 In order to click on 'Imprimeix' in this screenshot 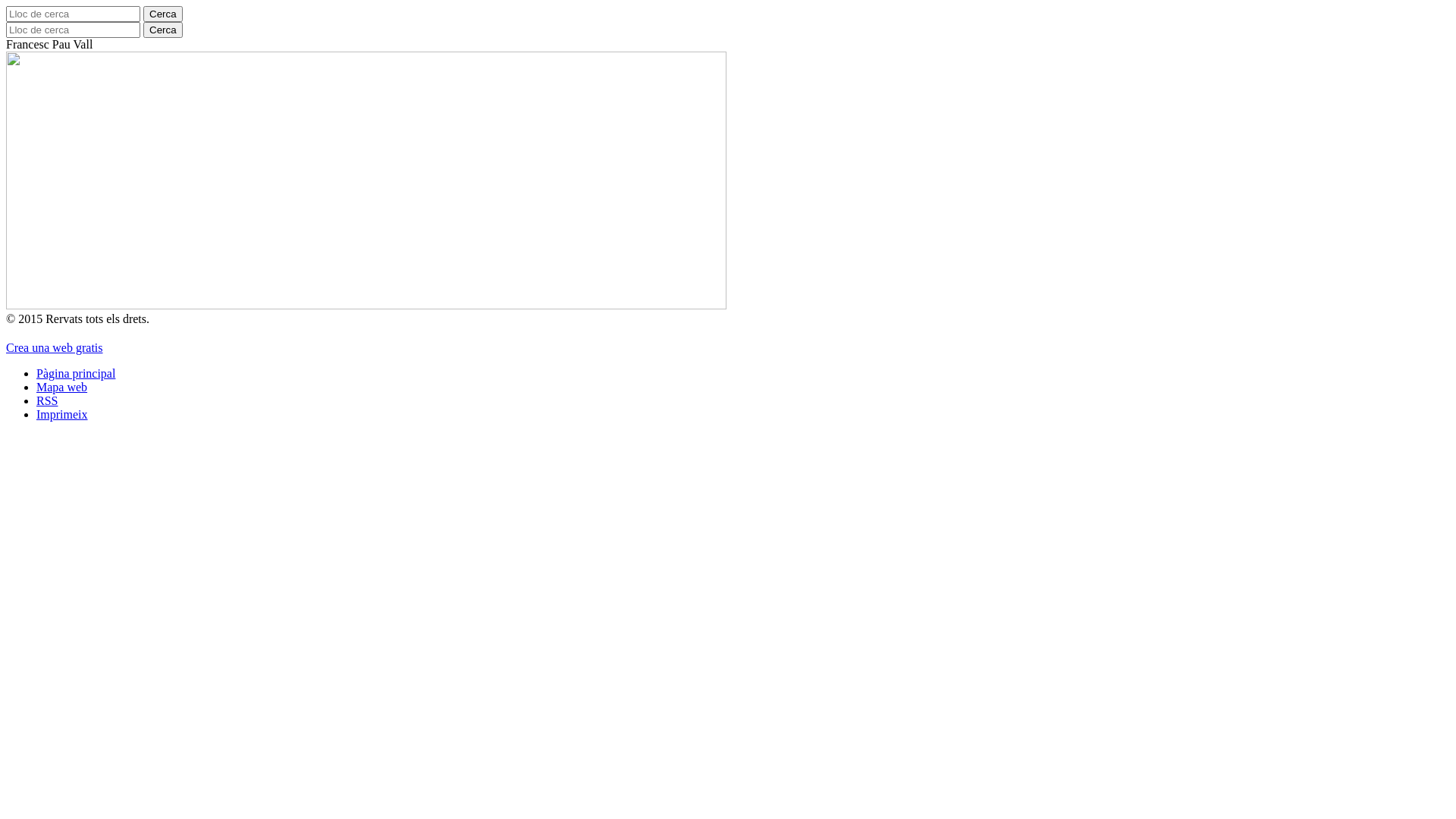, I will do `click(61, 414)`.